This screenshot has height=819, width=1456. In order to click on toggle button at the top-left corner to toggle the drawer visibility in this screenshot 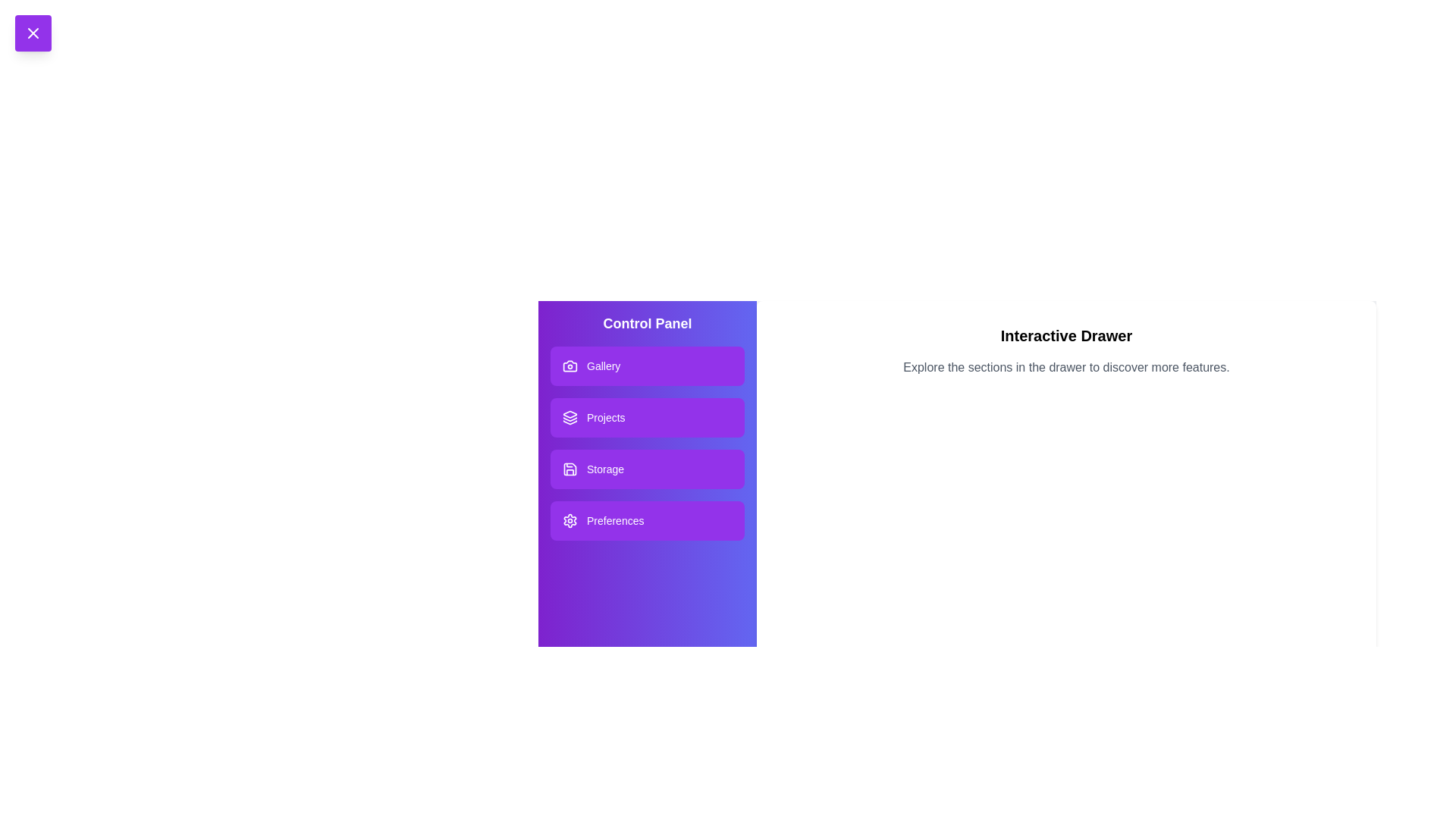, I will do `click(33, 33)`.